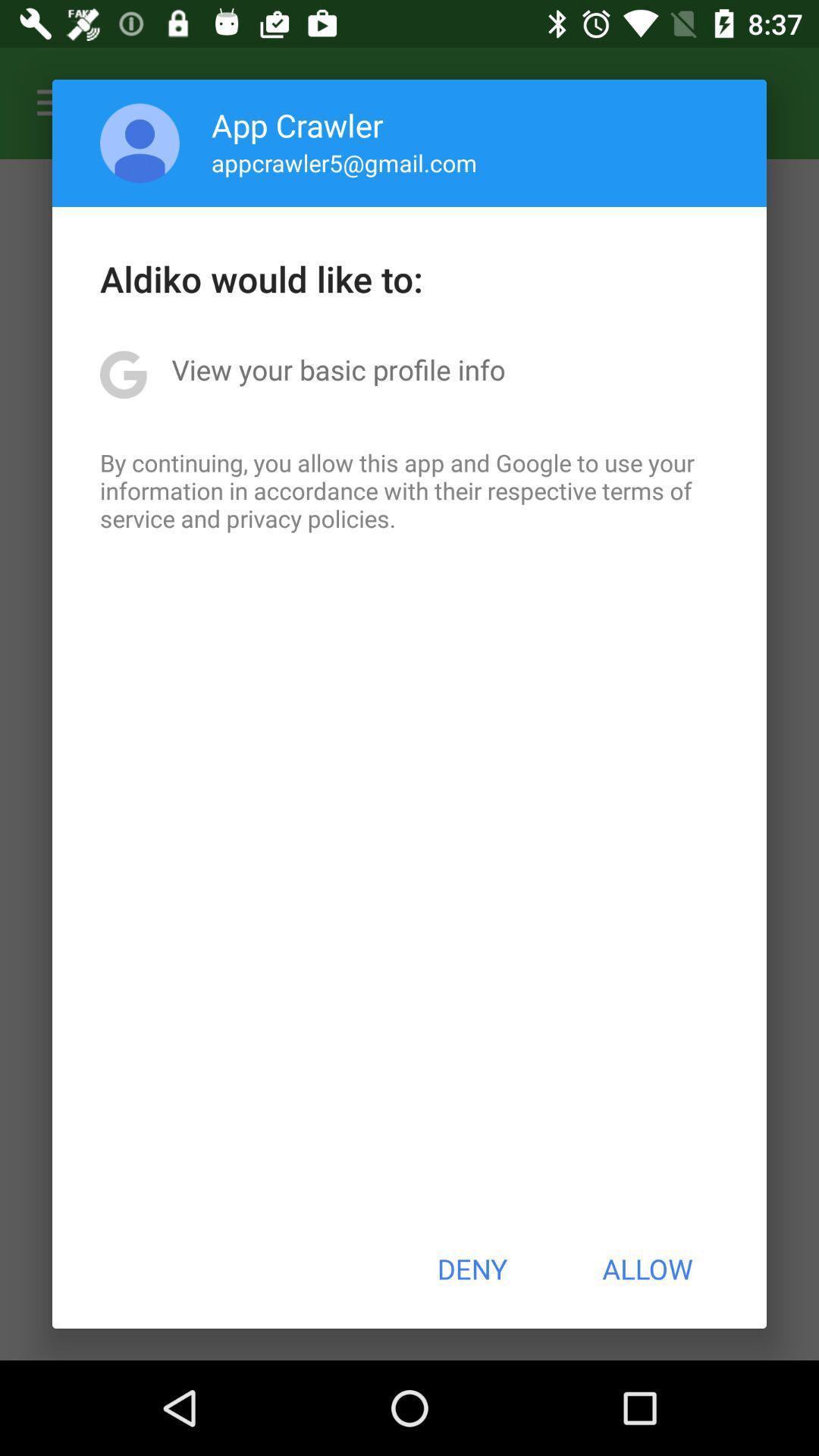 This screenshot has height=1456, width=819. What do you see at coordinates (297, 124) in the screenshot?
I see `app crawler item` at bounding box center [297, 124].